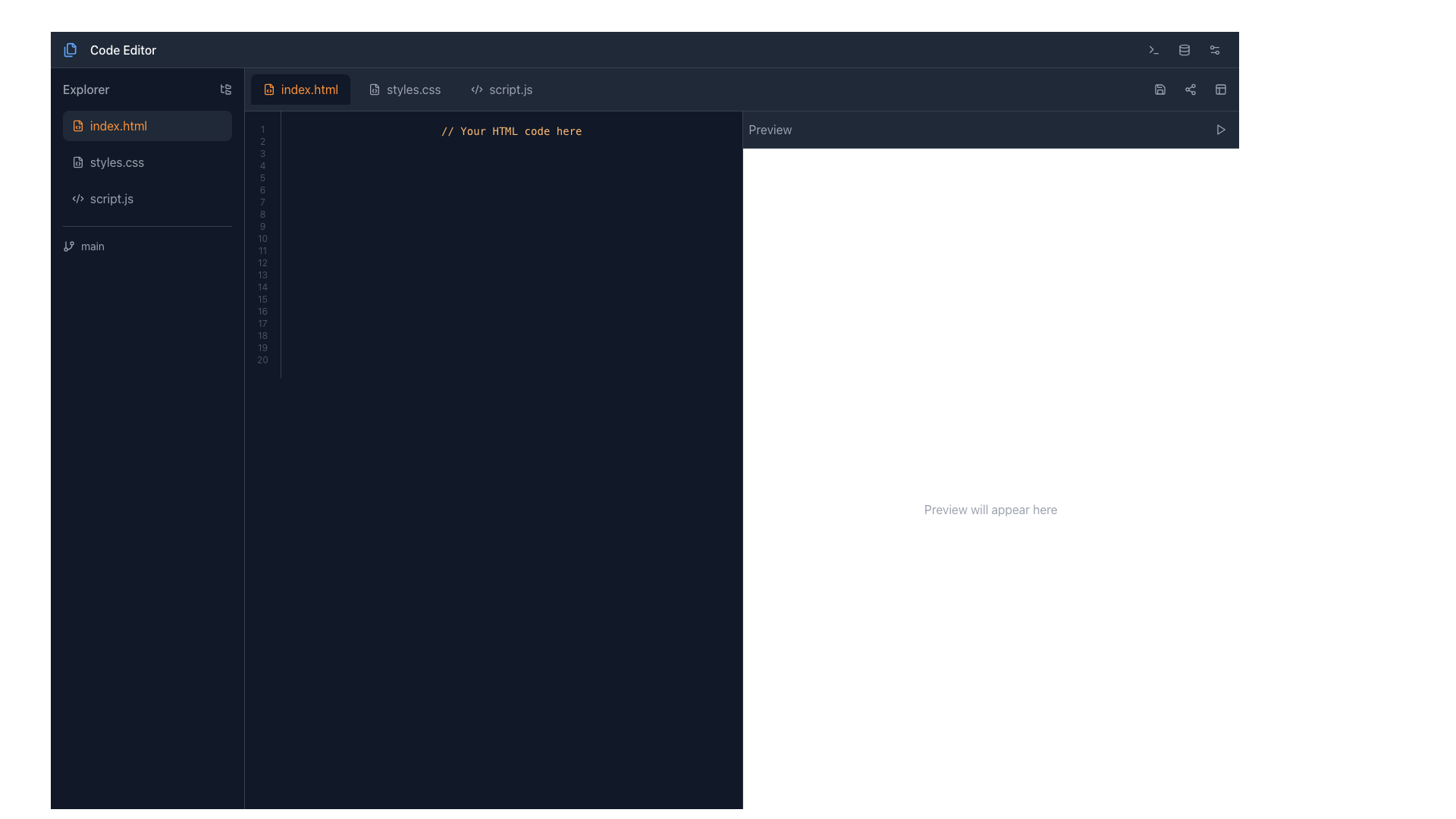 This screenshot has height=819, width=1456. What do you see at coordinates (1220, 128) in the screenshot?
I see `the small triangular-shaped icon resembling a play button, which is located in the top right corner of the horizontal toolbar` at bounding box center [1220, 128].